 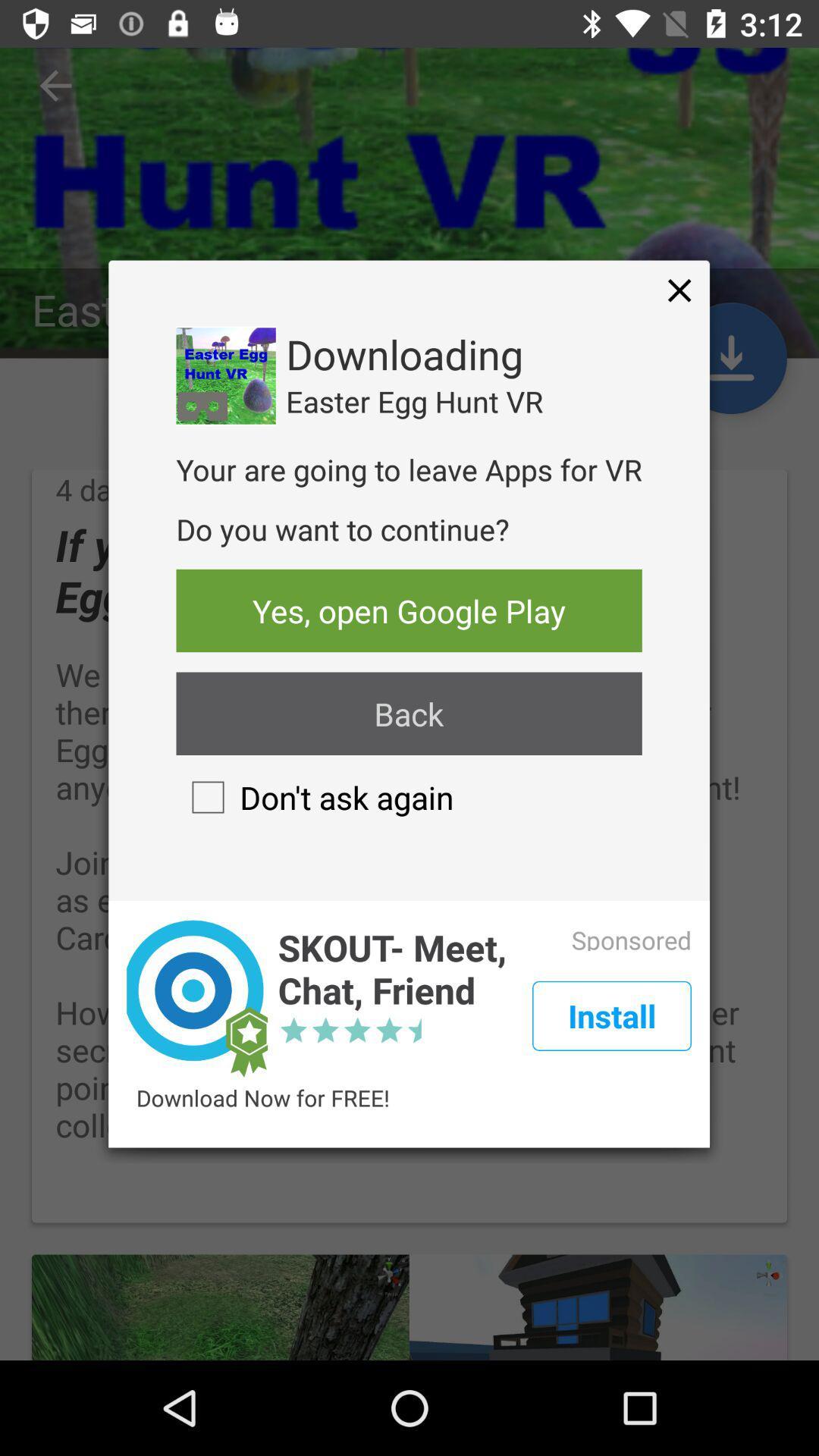 What do you see at coordinates (314, 796) in the screenshot?
I see `the don t ask checkbox` at bounding box center [314, 796].